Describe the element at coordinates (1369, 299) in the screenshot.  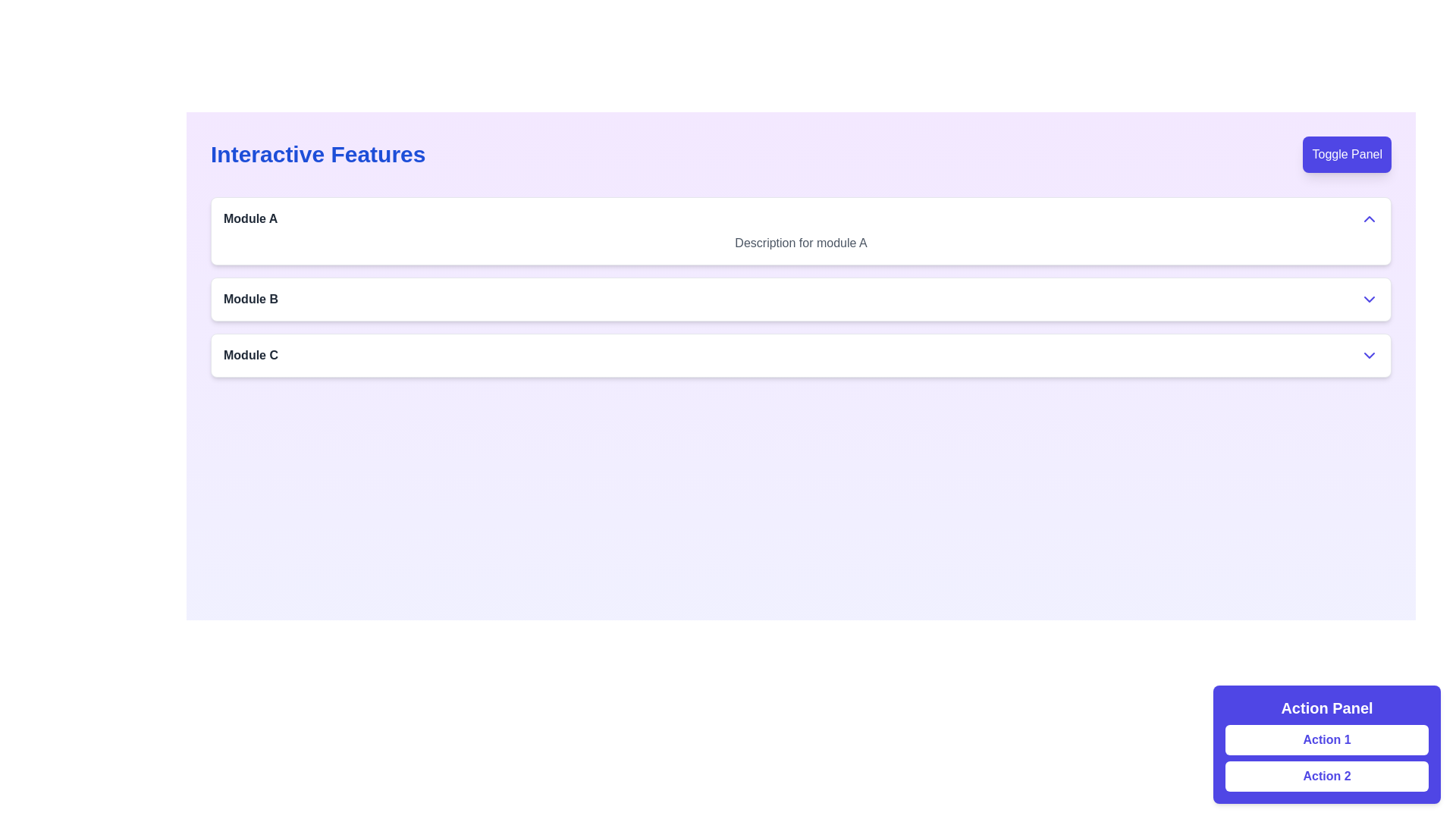
I see `the toggle icon located at the right end of the 'Module B' row` at that location.